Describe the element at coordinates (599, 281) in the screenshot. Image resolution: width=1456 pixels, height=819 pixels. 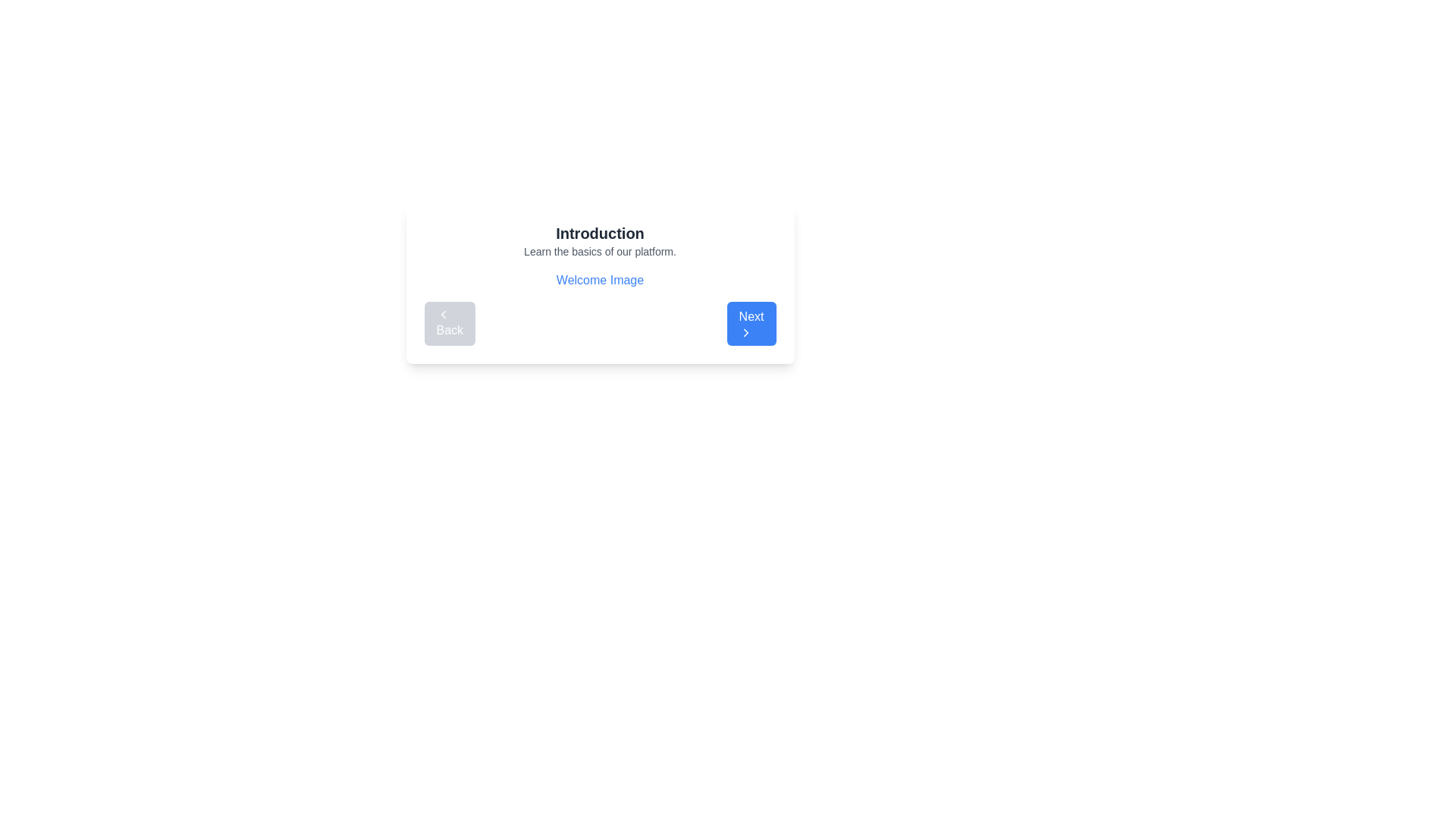
I see `the text element that serves as a label or title, positioned below 'Learn the basics of our platform.' and above the navigation buttons` at that location.